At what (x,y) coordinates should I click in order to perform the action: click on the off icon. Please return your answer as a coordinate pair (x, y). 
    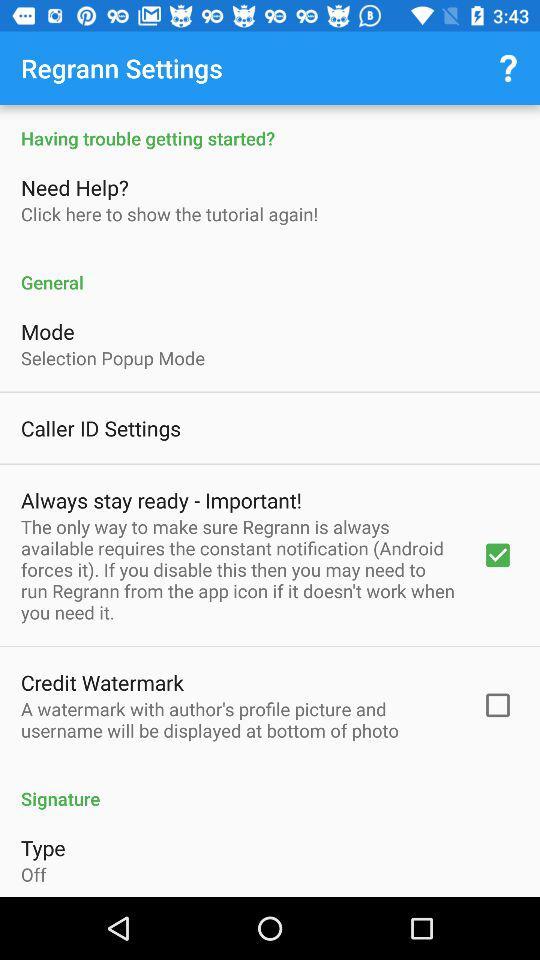
    Looking at the image, I should click on (32, 873).